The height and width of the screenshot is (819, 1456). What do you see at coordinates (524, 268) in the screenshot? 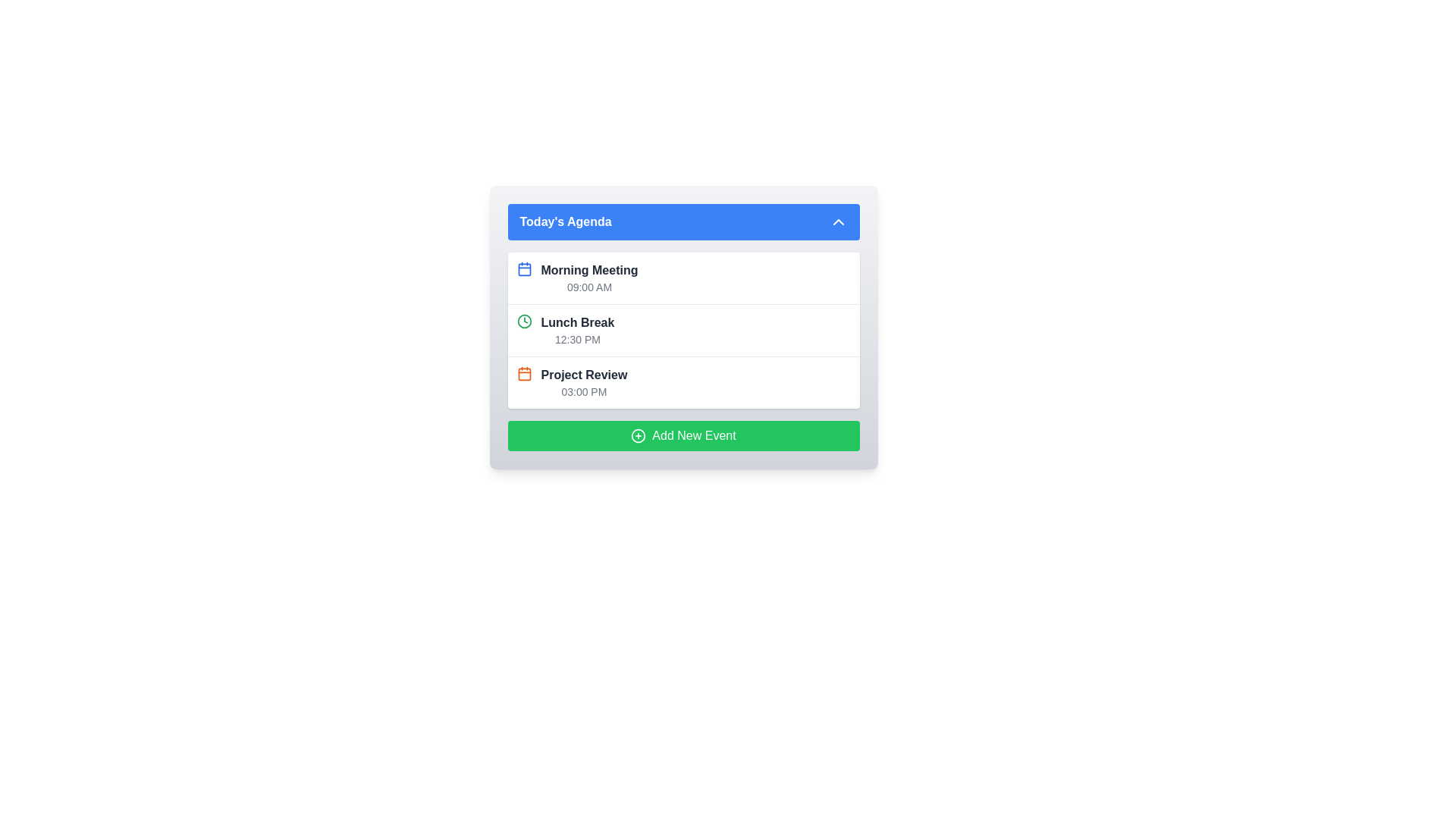
I see `the calendar icon located to the left of the 'Morning Meeting' text label, which is the first icon in the list of agenda items` at bounding box center [524, 268].